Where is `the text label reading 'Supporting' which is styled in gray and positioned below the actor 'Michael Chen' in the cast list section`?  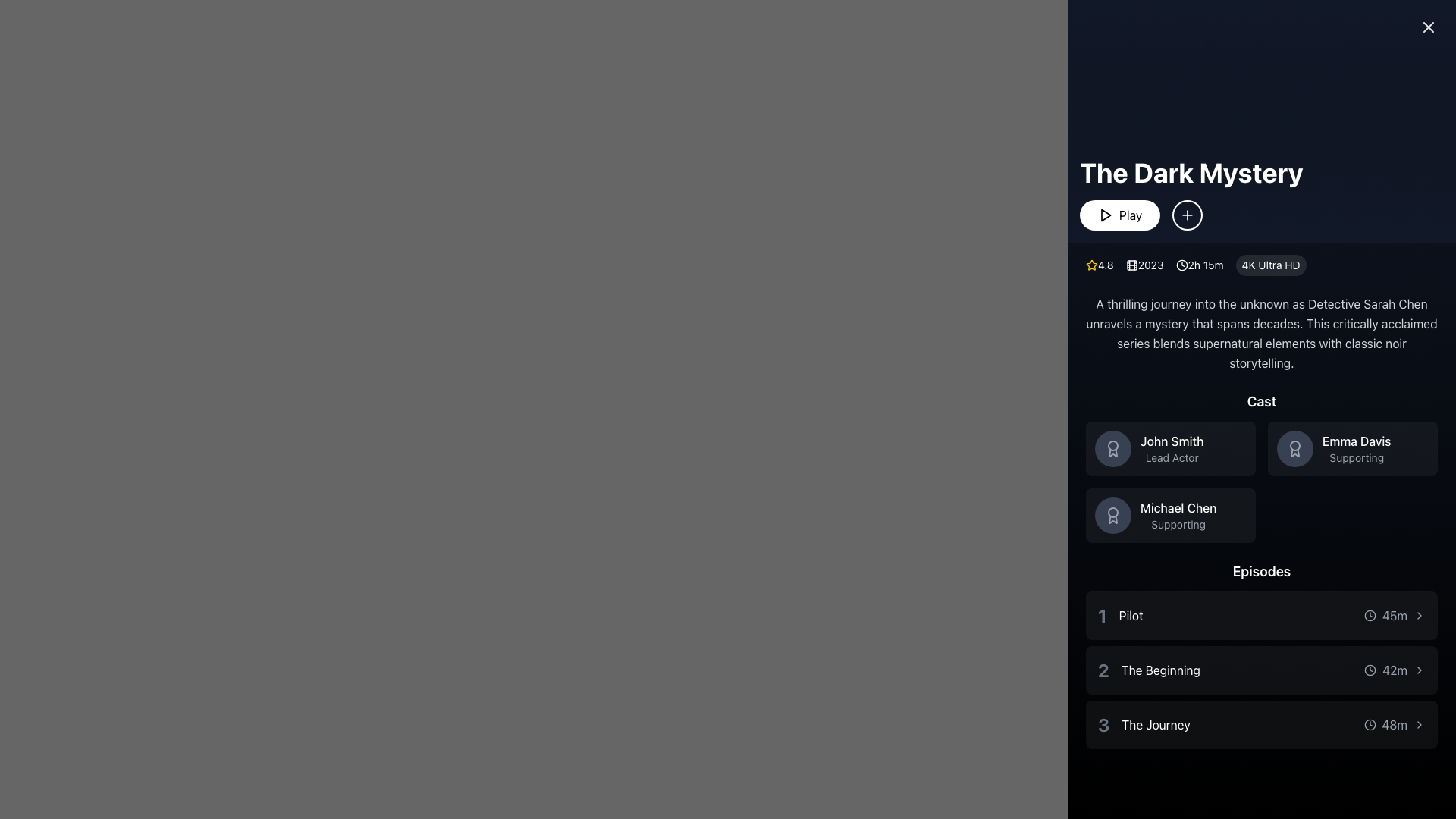
the text label reading 'Supporting' which is styled in gray and positioned below the actor 'Michael Chen' in the cast list section is located at coordinates (1178, 523).